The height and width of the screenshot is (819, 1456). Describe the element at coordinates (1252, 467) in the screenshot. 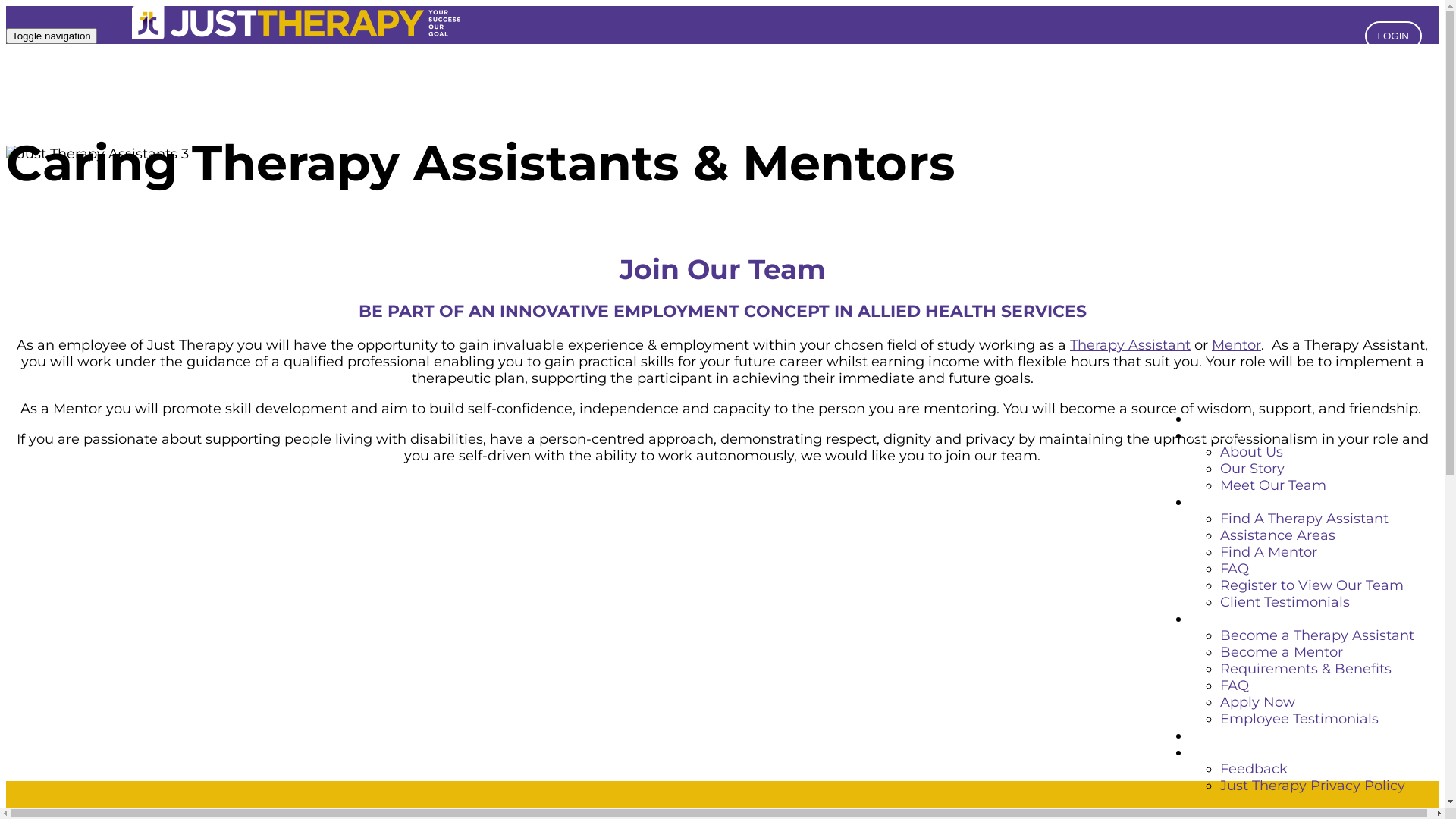

I see `'Our Story'` at that location.